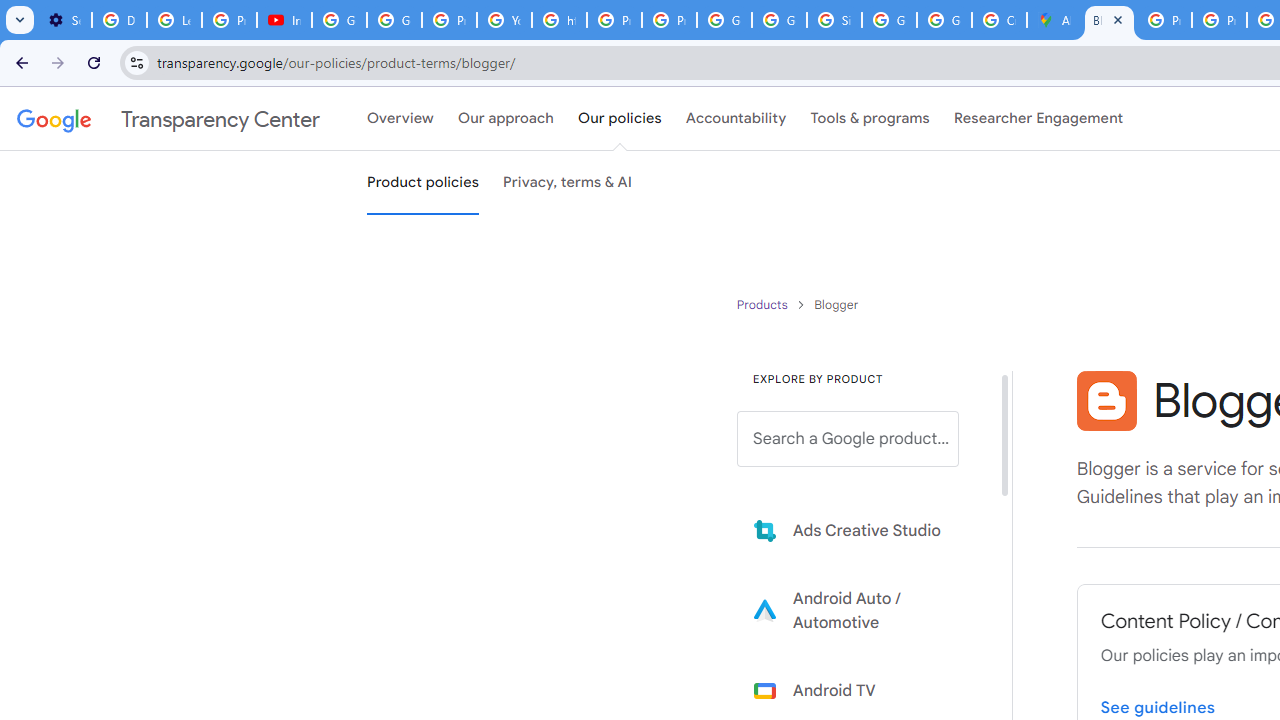 The height and width of the screenshot is (720, 1280). I want to click on 'Our approach', so click(506, 119).